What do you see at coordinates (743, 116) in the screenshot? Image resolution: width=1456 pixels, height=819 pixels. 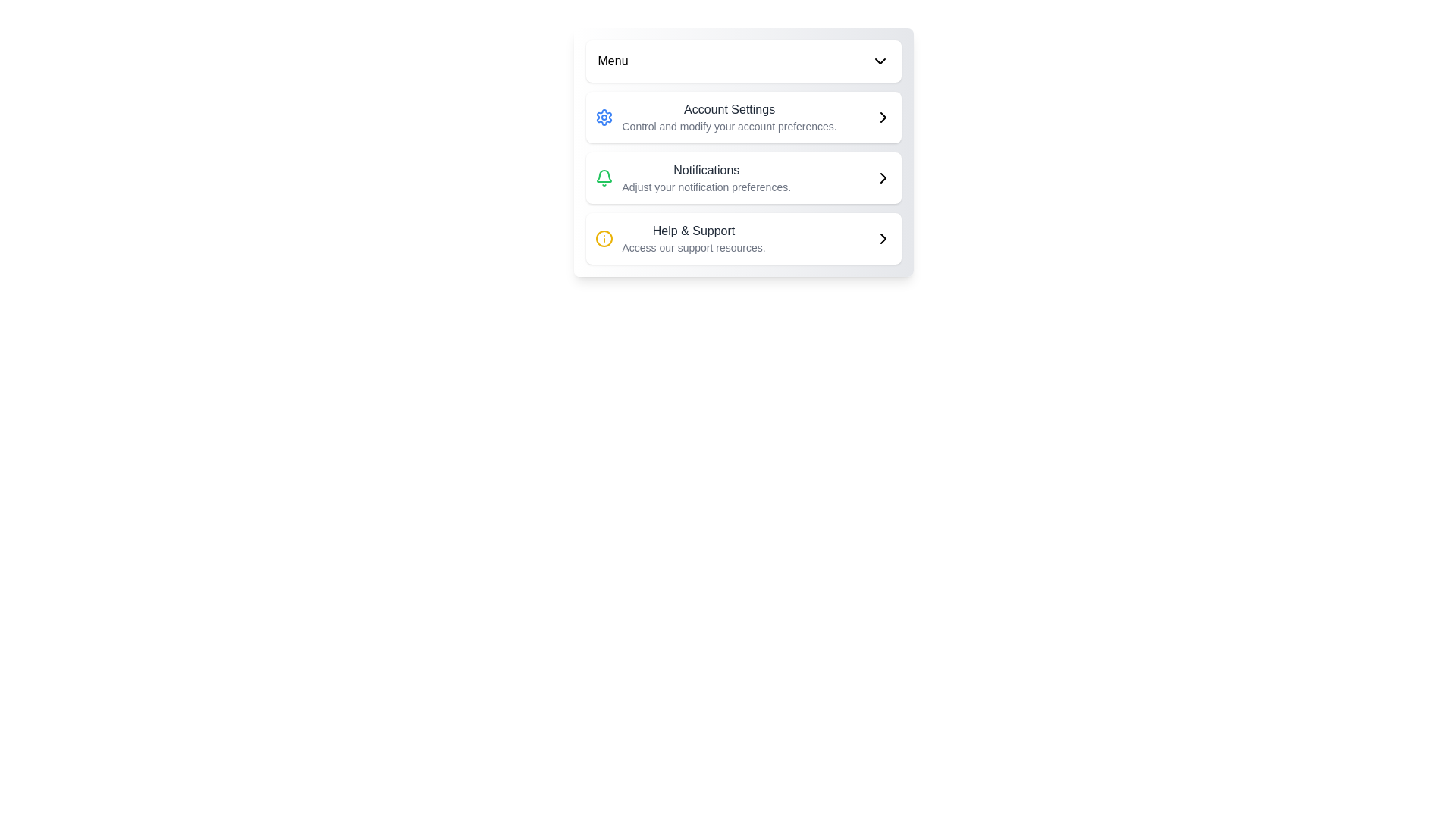 I see `the 'Account Settings' button, which features a blue settings cog icon and a right-pointing chevron arrow icon` at bounding box center [743, 116].